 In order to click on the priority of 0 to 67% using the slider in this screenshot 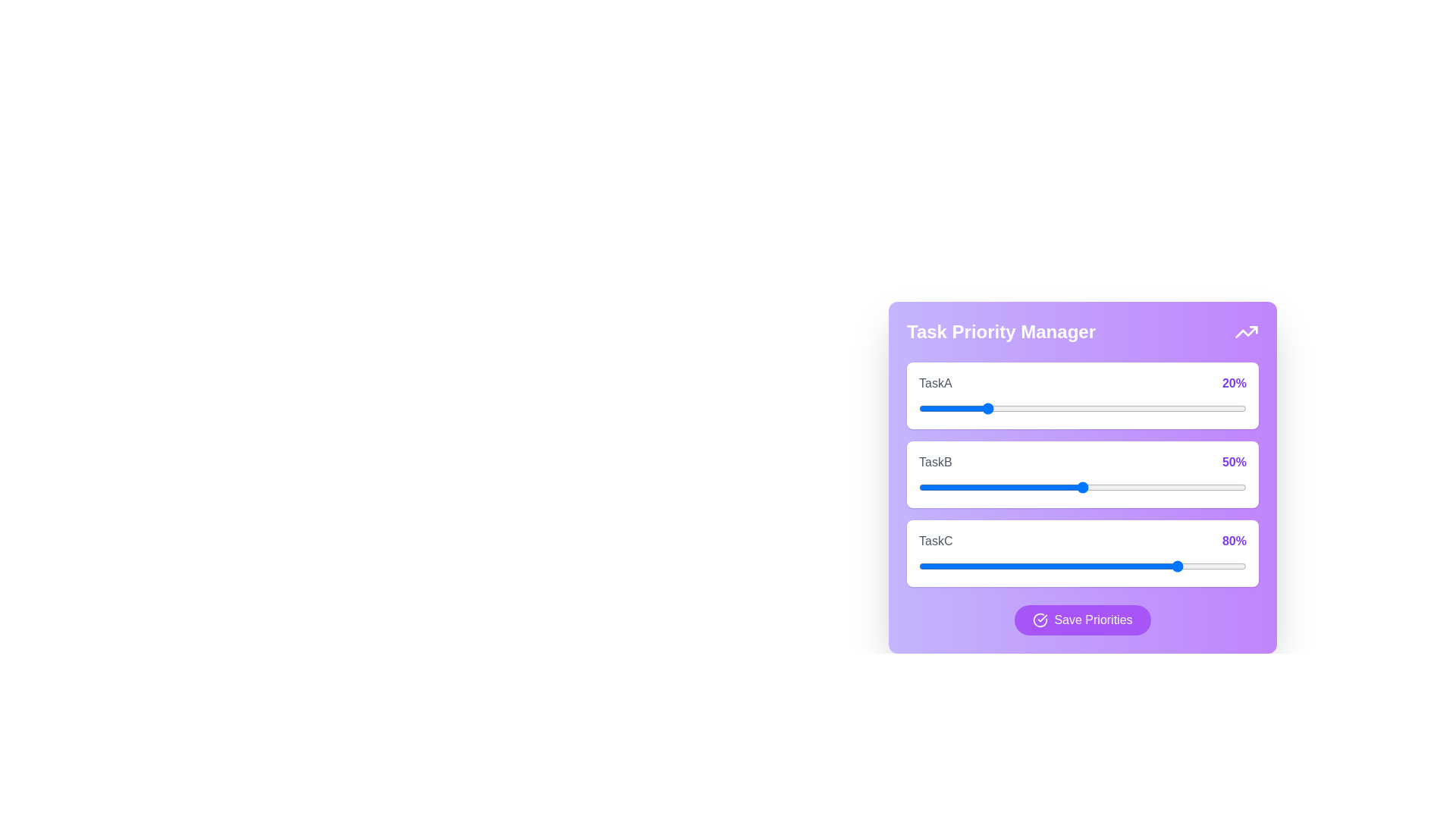, I will do `click(1138, 408)`.